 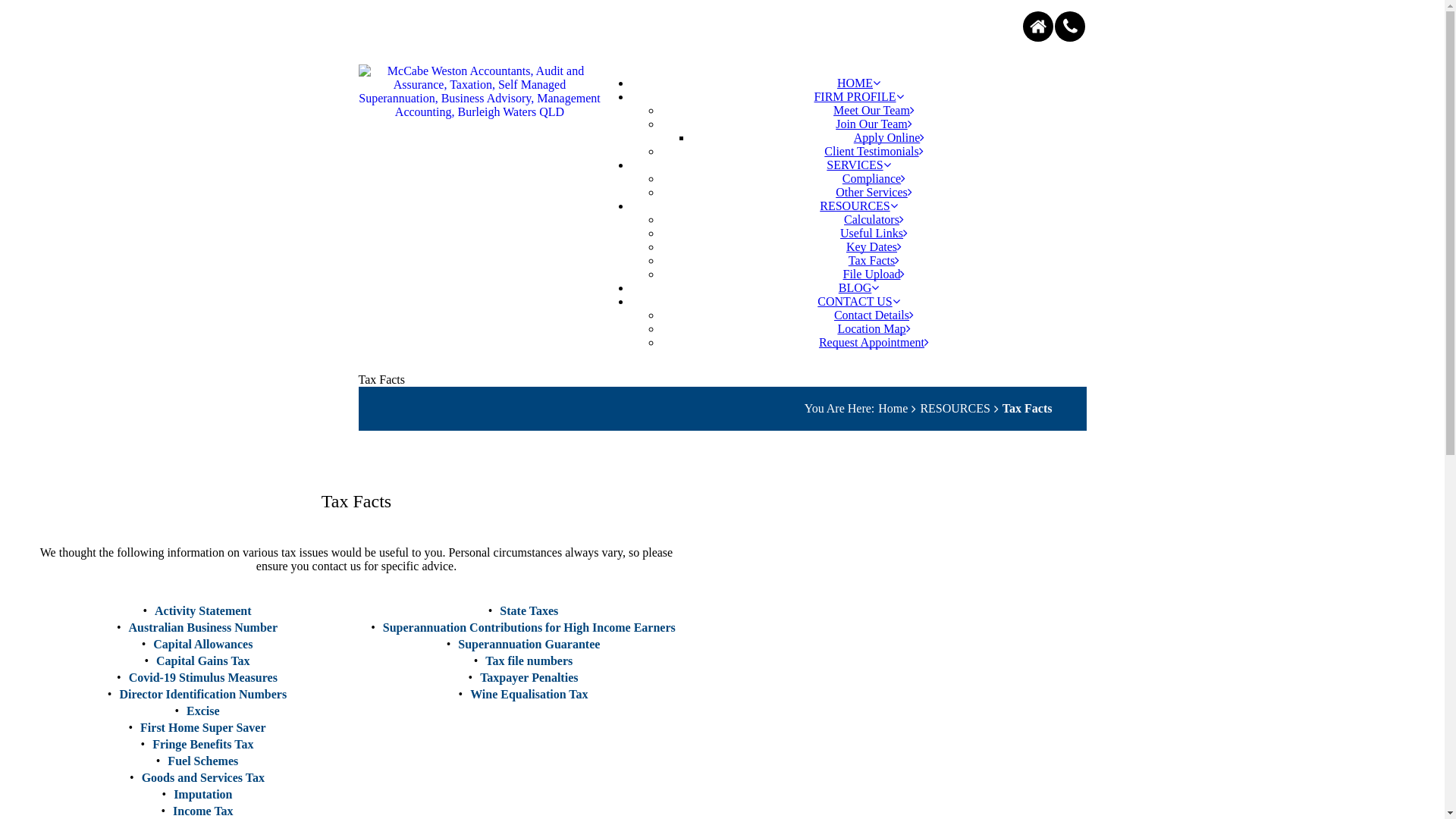 I want to click on 'Request Appointment', so click(x=874, y=342).